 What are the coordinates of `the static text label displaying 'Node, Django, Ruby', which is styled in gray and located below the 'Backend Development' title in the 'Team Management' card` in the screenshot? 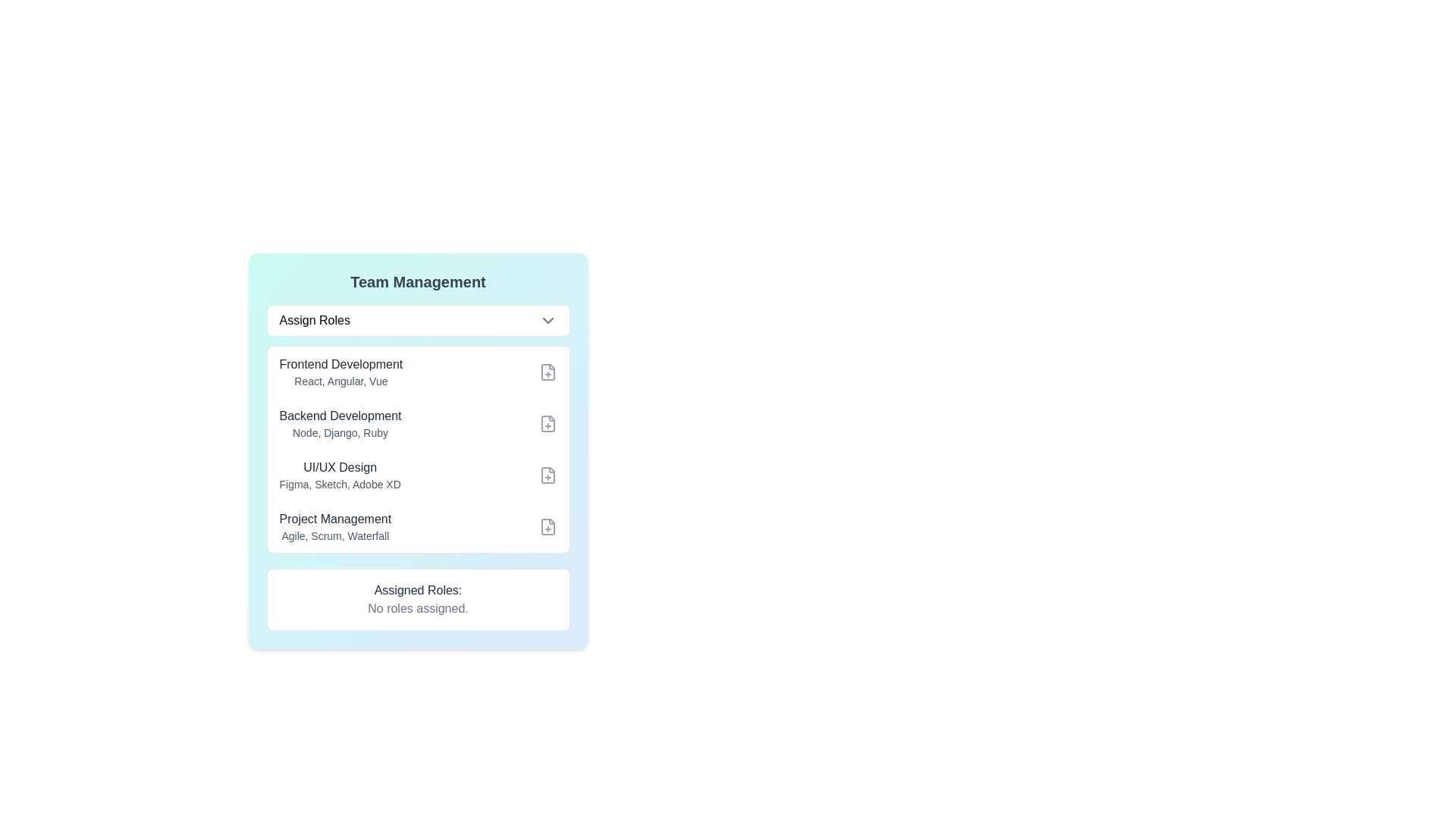 It's located at (339, 432).